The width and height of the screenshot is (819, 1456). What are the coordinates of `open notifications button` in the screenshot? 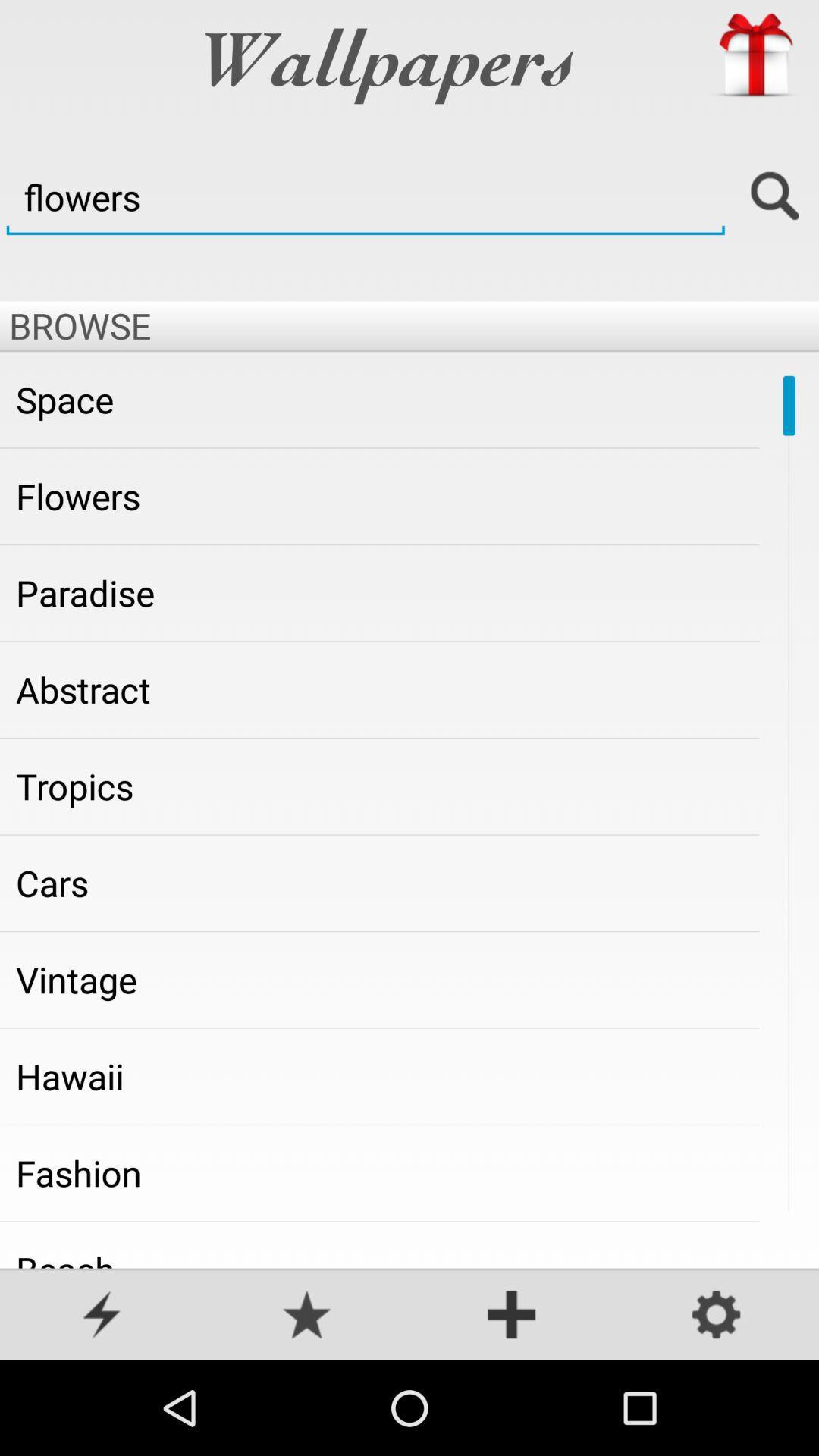 It's located at (102, 1316).